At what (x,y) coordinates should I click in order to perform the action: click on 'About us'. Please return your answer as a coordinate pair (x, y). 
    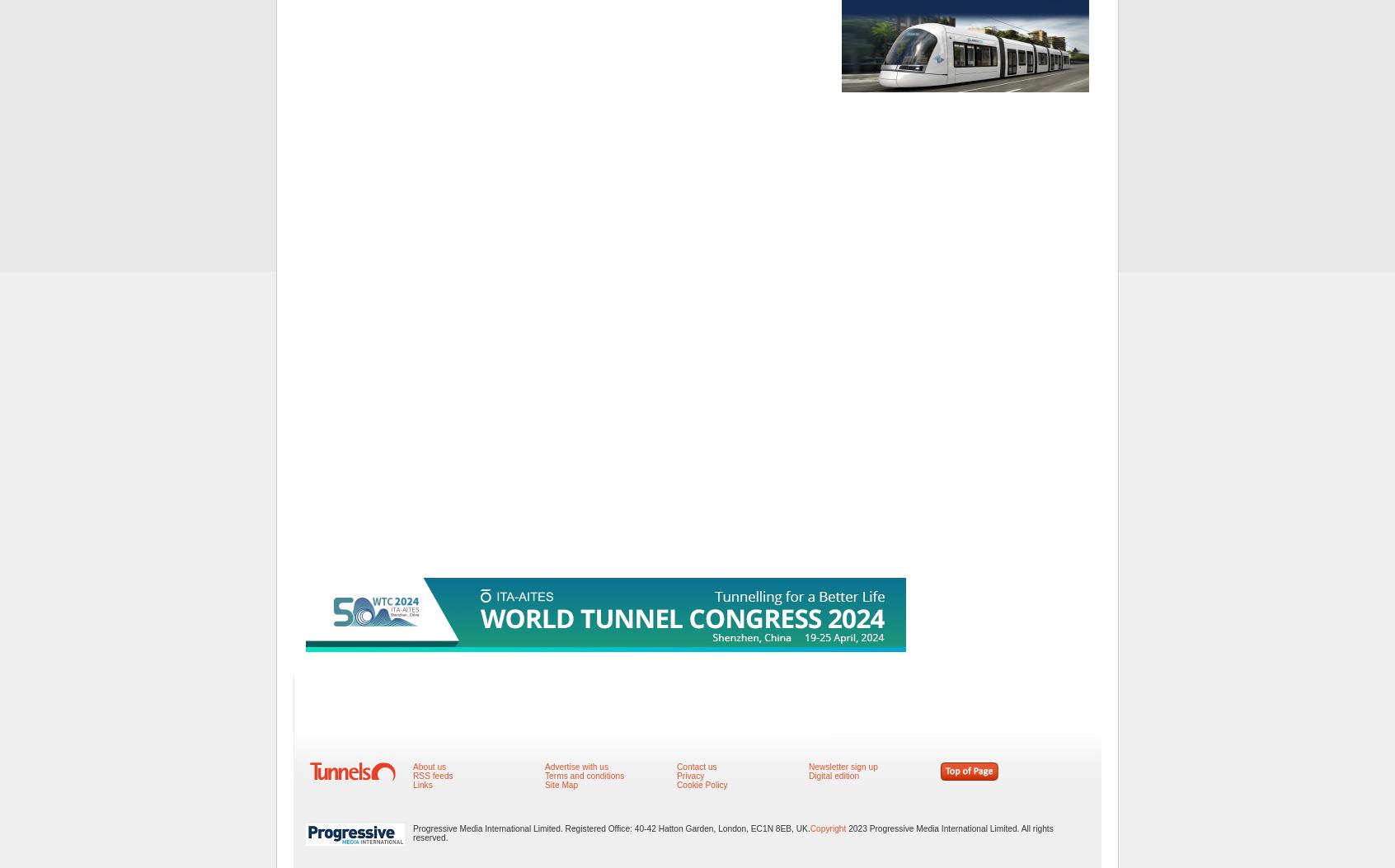
    Looking at the image, I should click on (429, 766).